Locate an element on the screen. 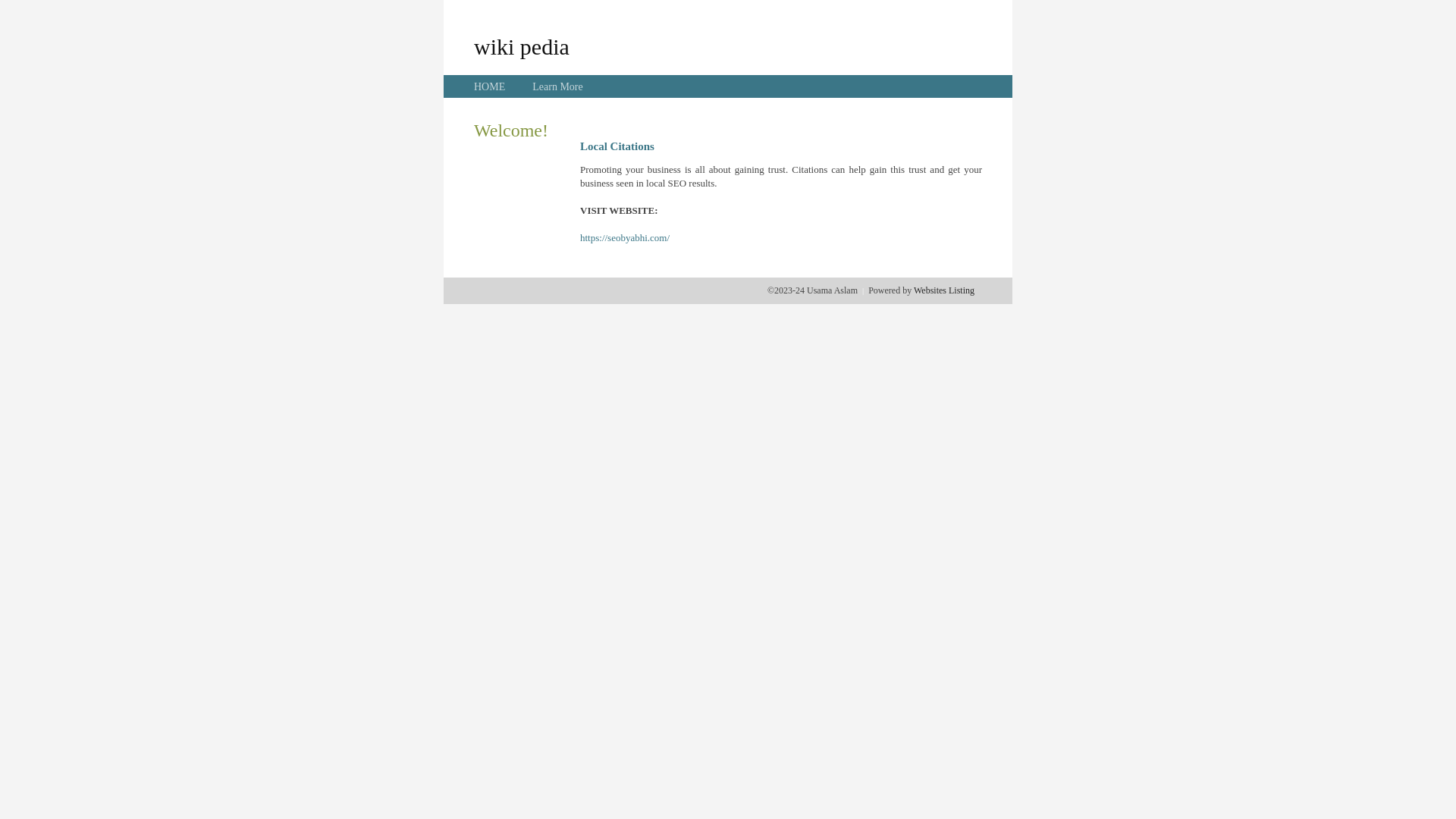  'https://seobyabhi.com/' is located at coordinates (625, 237).